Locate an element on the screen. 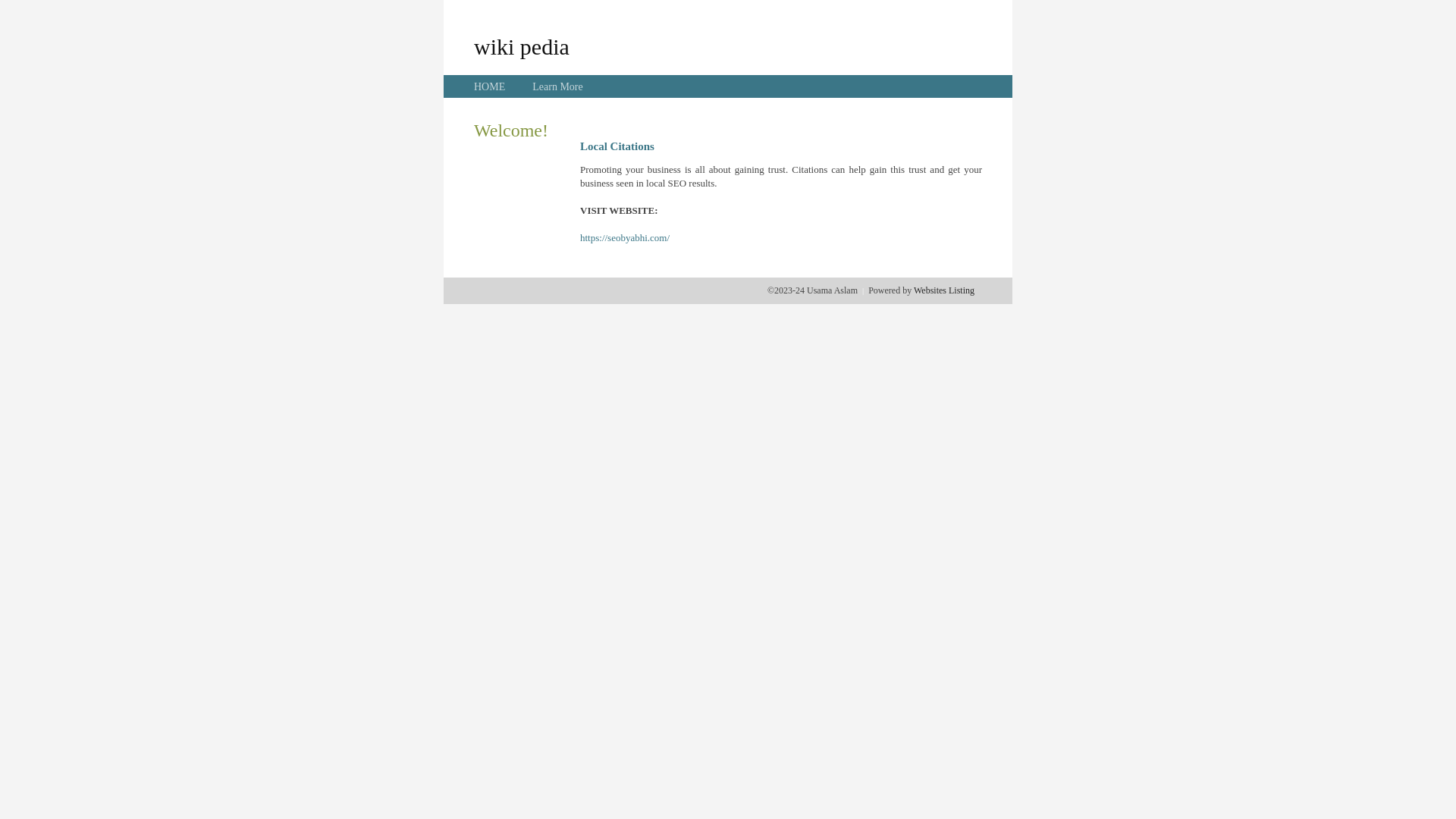  'https://seobyabhi.com/' is located at coordinates (625, 237).